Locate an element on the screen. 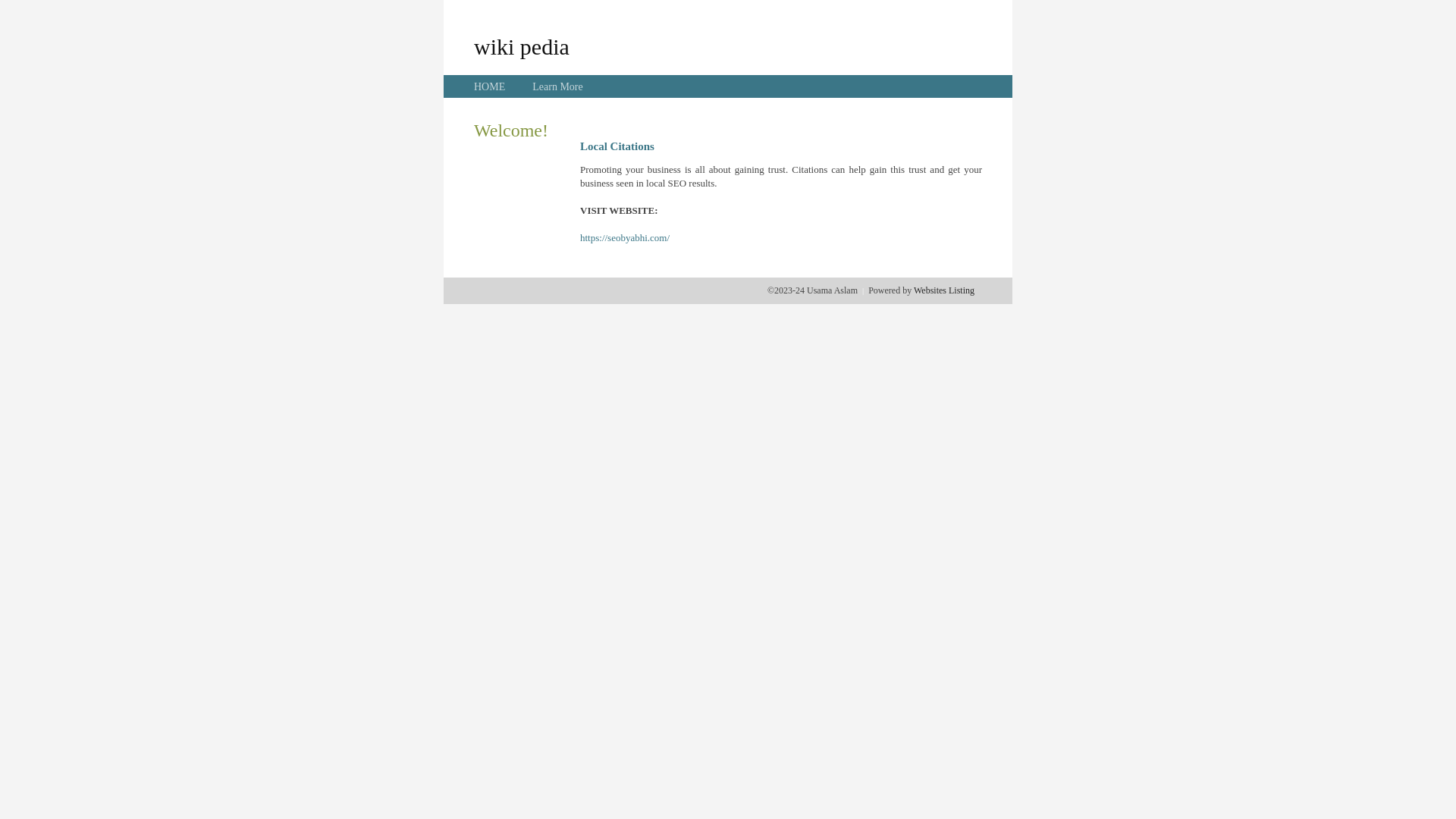  'https://seobyabhi.com/' is located at coordinates (625, 237).